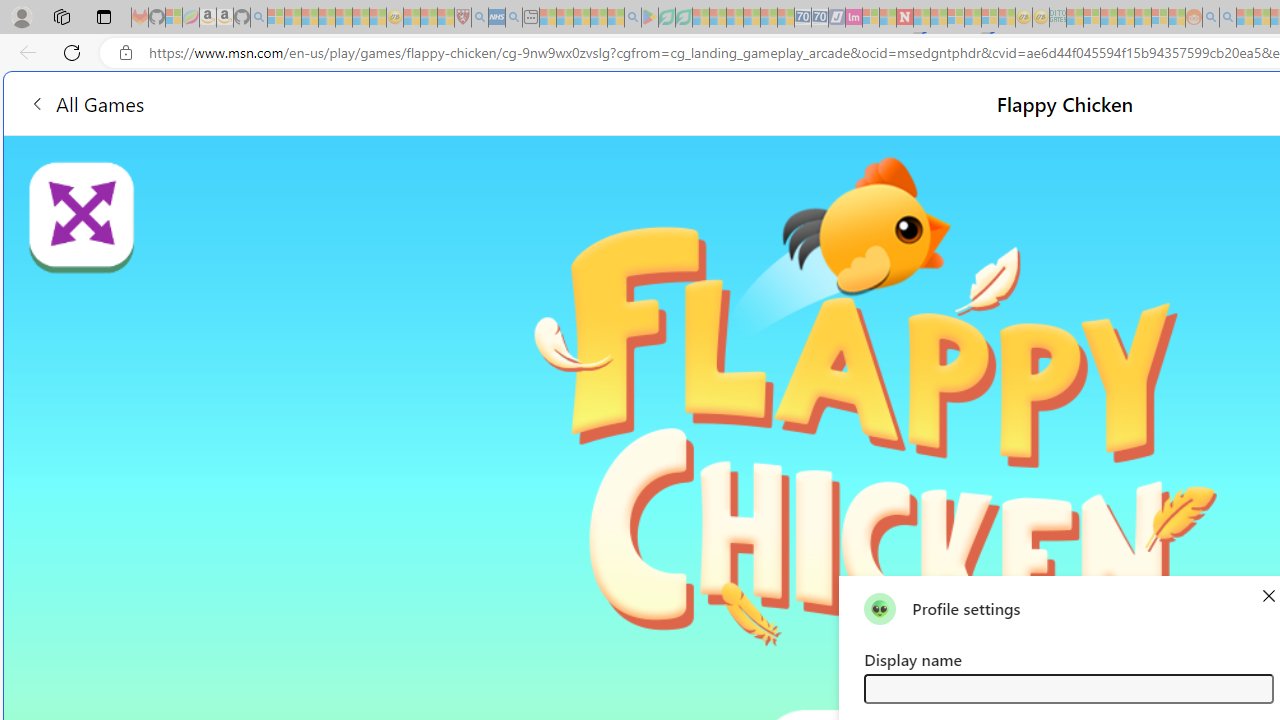  Describe the element at coordinates (1056, 17) in the screenshot. I see `'DITOGAMES AG Imprint - Sleeping'` at that location.